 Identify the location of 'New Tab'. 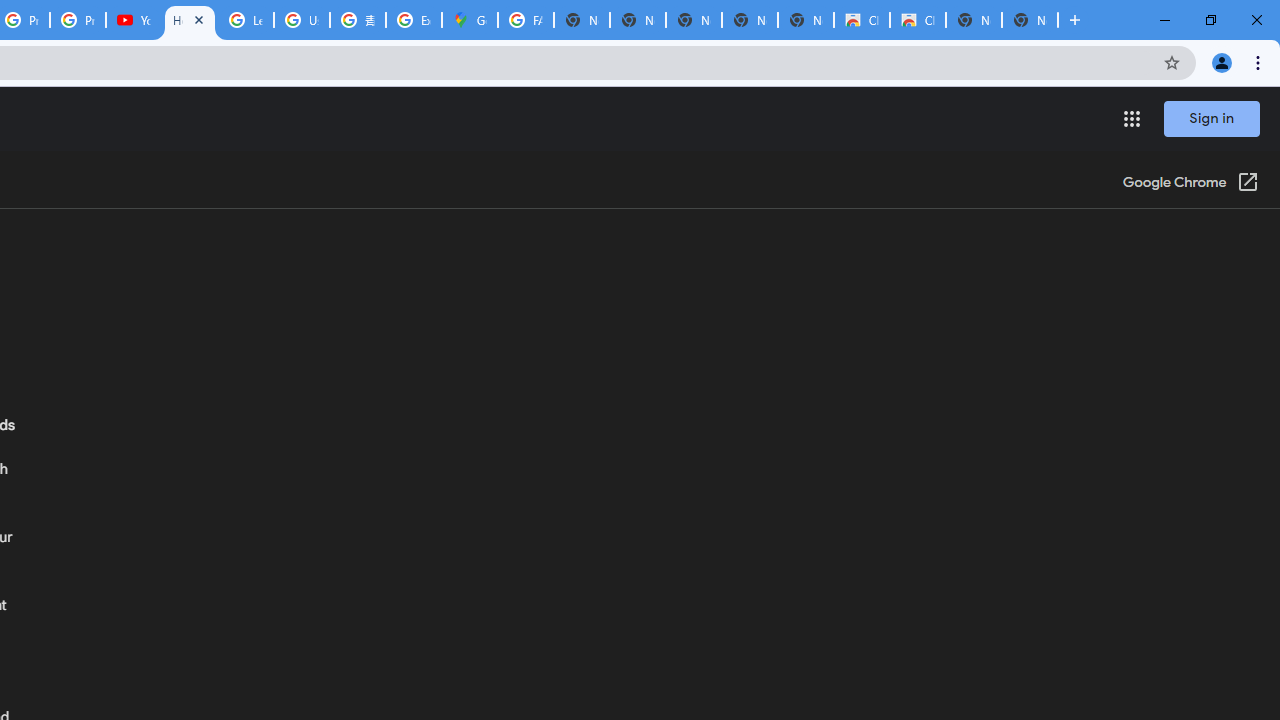
(1030, 20).